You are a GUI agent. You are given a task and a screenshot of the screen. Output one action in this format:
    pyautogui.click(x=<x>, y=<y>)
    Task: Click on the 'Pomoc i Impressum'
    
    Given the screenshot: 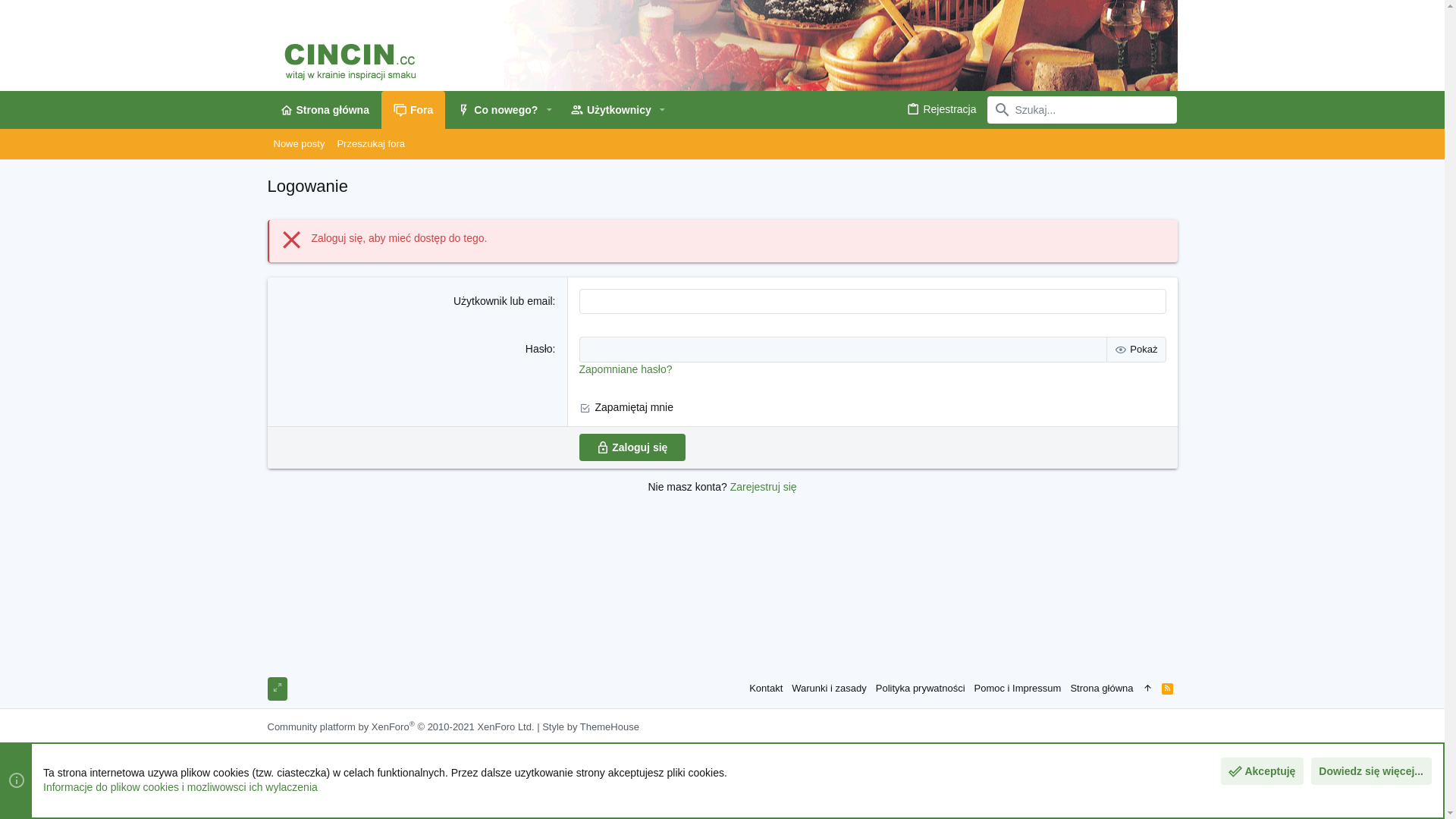 What is the action you would take?
    pyautogui.click(x=1018, y=688)
    